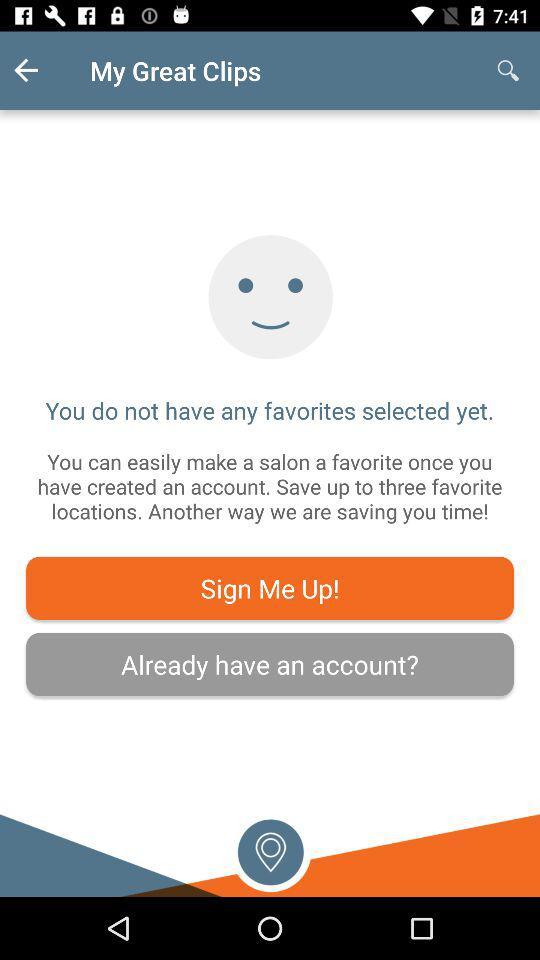 The image size is (540, 960). I want to click on the item above the you do not, so click(42, 70).